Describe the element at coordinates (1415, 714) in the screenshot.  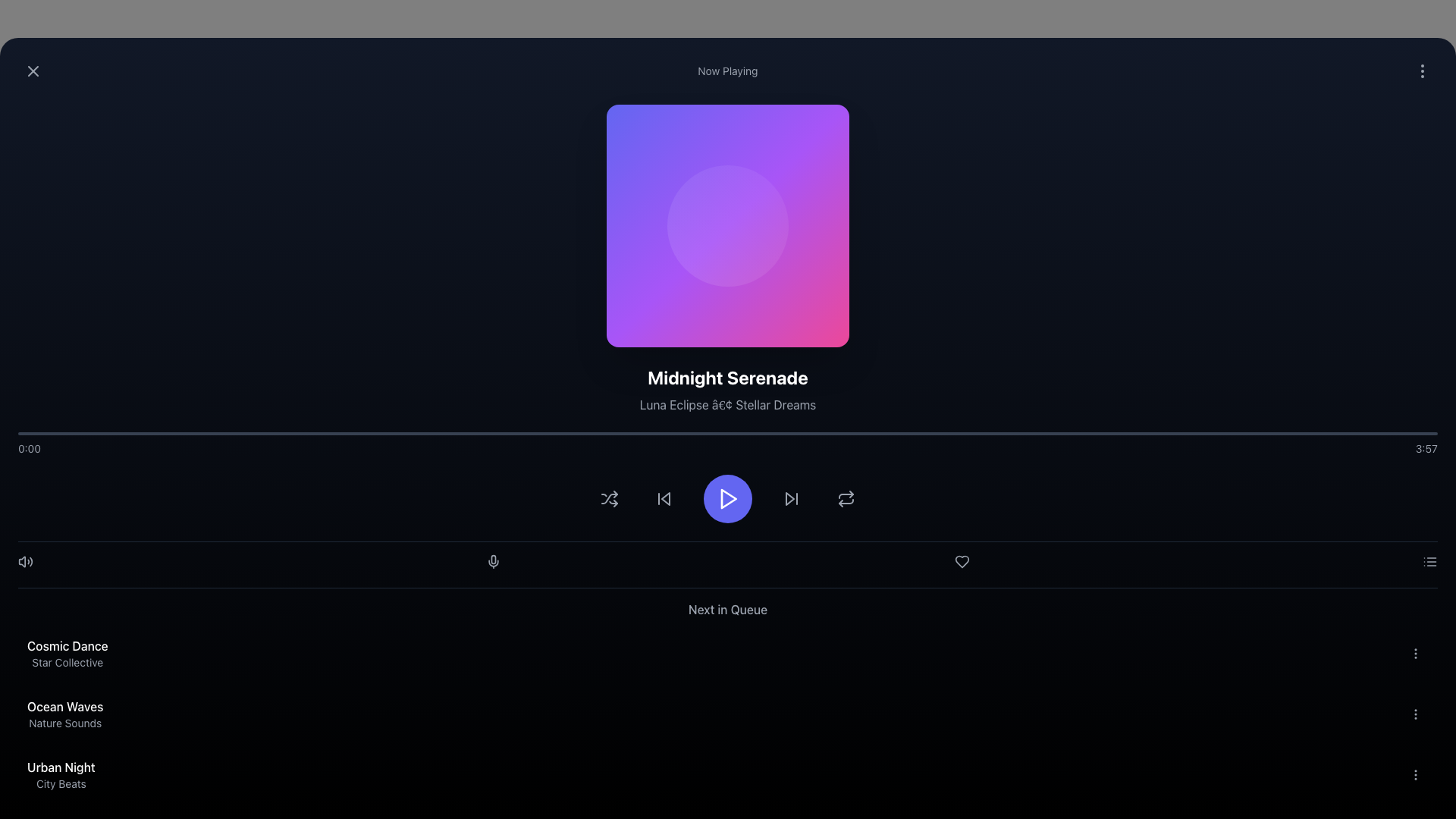
I see `the vertical ellipsis icon, which is characterized by three light gray dots arranged in a column, located in the bottom-right corner of the user interface, to potentially display a tooltip or visual feedback` at that location.